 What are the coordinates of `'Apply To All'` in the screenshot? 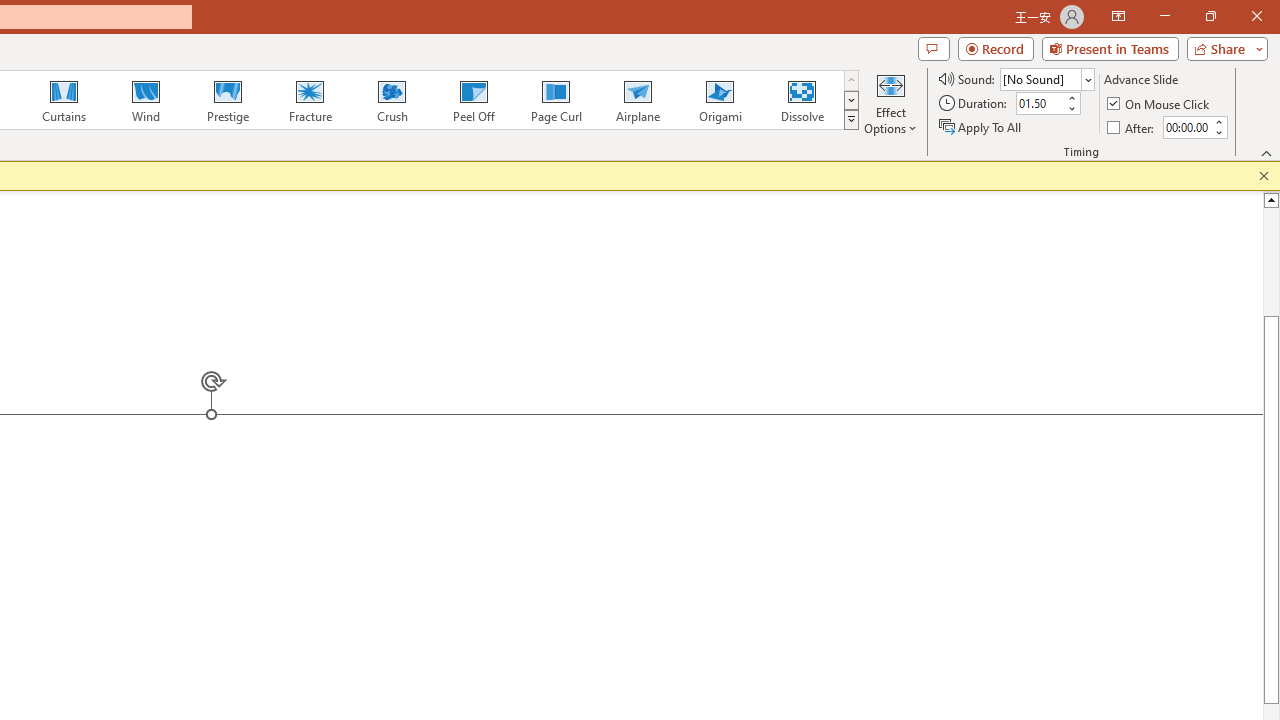 It's located at (981, 127).